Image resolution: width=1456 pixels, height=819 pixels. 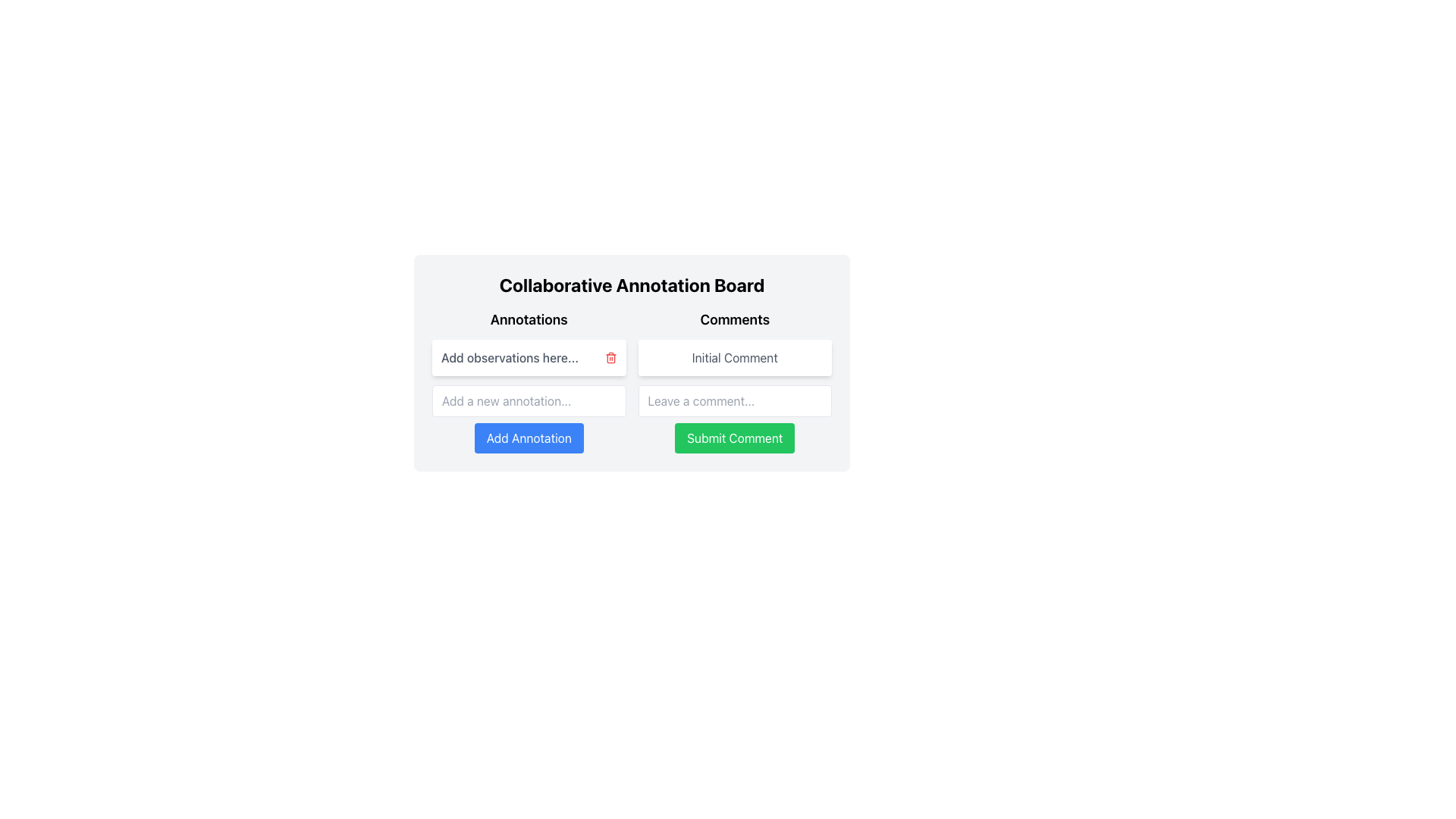 What do you see at coordinates (735, 419) in the screenshot?
I see `the 'Submit Comment' button, which is a green rectangular button with white text and a rounded border, located below the 'Leave a comment...' input field in the 'Comments' section` at bounding box center [735, 419].